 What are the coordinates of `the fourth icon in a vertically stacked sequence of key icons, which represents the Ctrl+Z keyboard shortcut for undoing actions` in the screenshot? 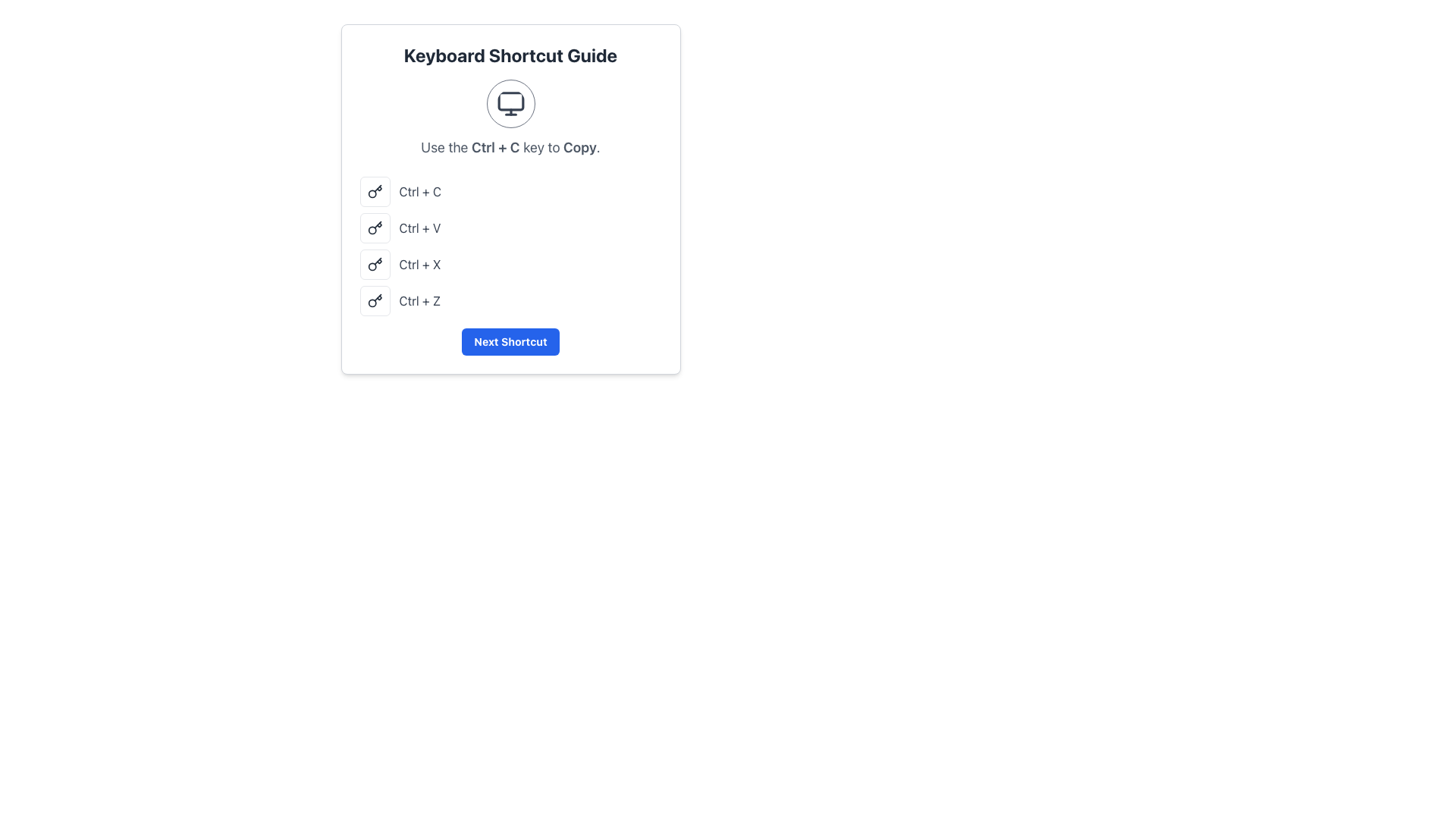 It's located at (375, 301).